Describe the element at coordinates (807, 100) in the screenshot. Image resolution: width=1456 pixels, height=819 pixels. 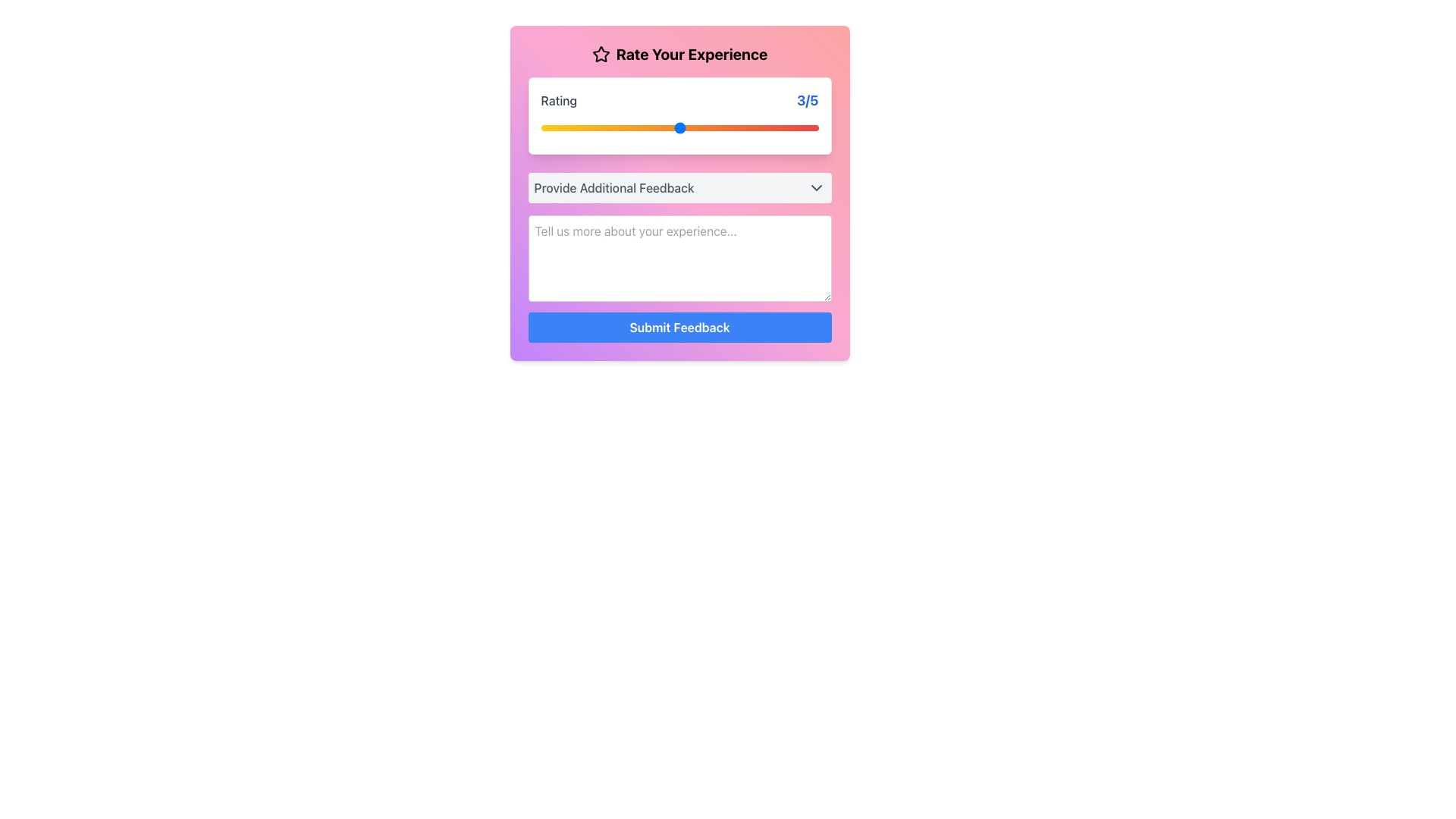
I see `the Static Text element displaying the current rating, which is located to the far right of the layout, adjacent to the 'Rating' label` at that location.